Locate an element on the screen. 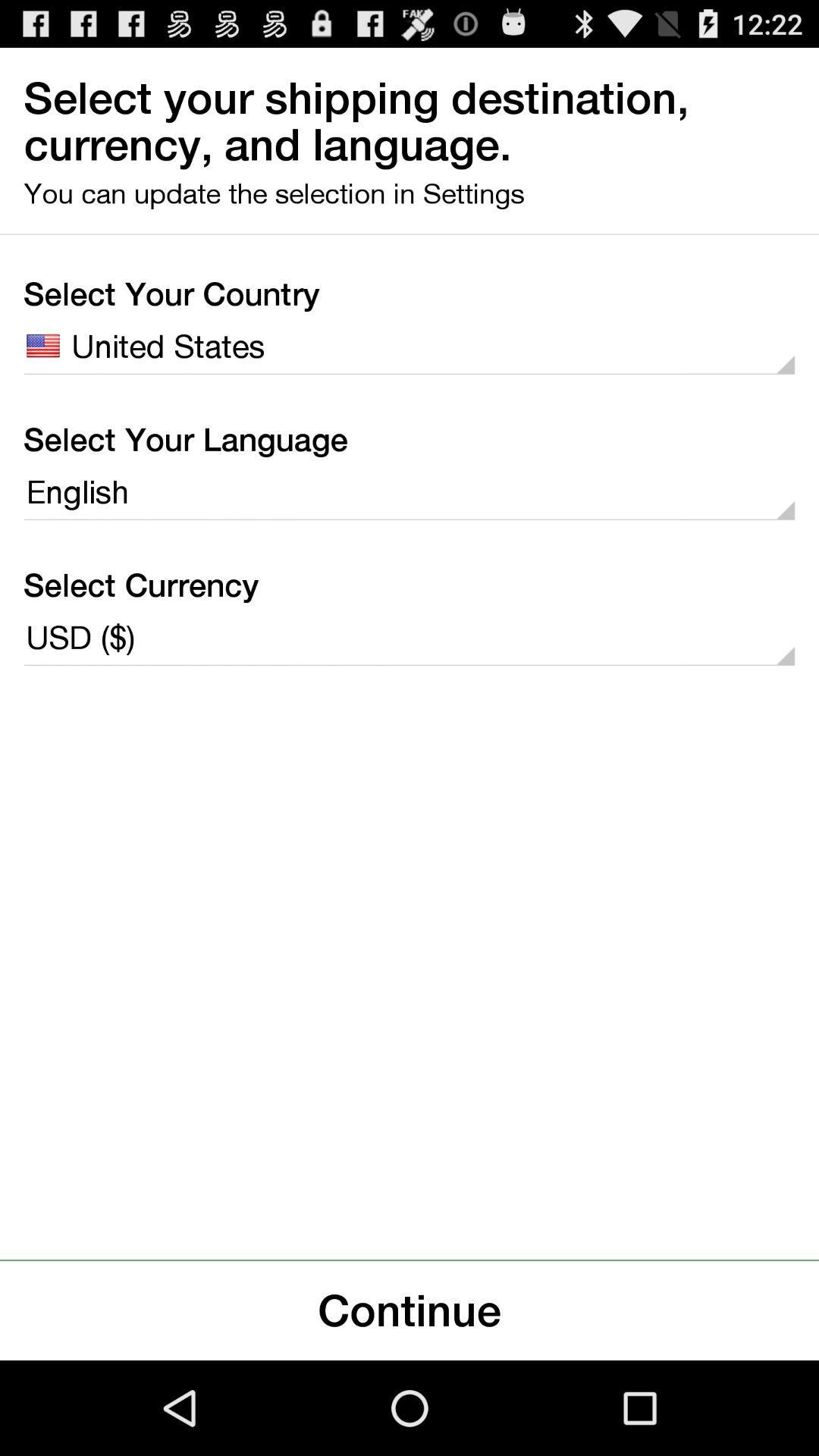 The height and width of the screenshot is (1456, 819). the continue item is located at coordinates (409, 1310).